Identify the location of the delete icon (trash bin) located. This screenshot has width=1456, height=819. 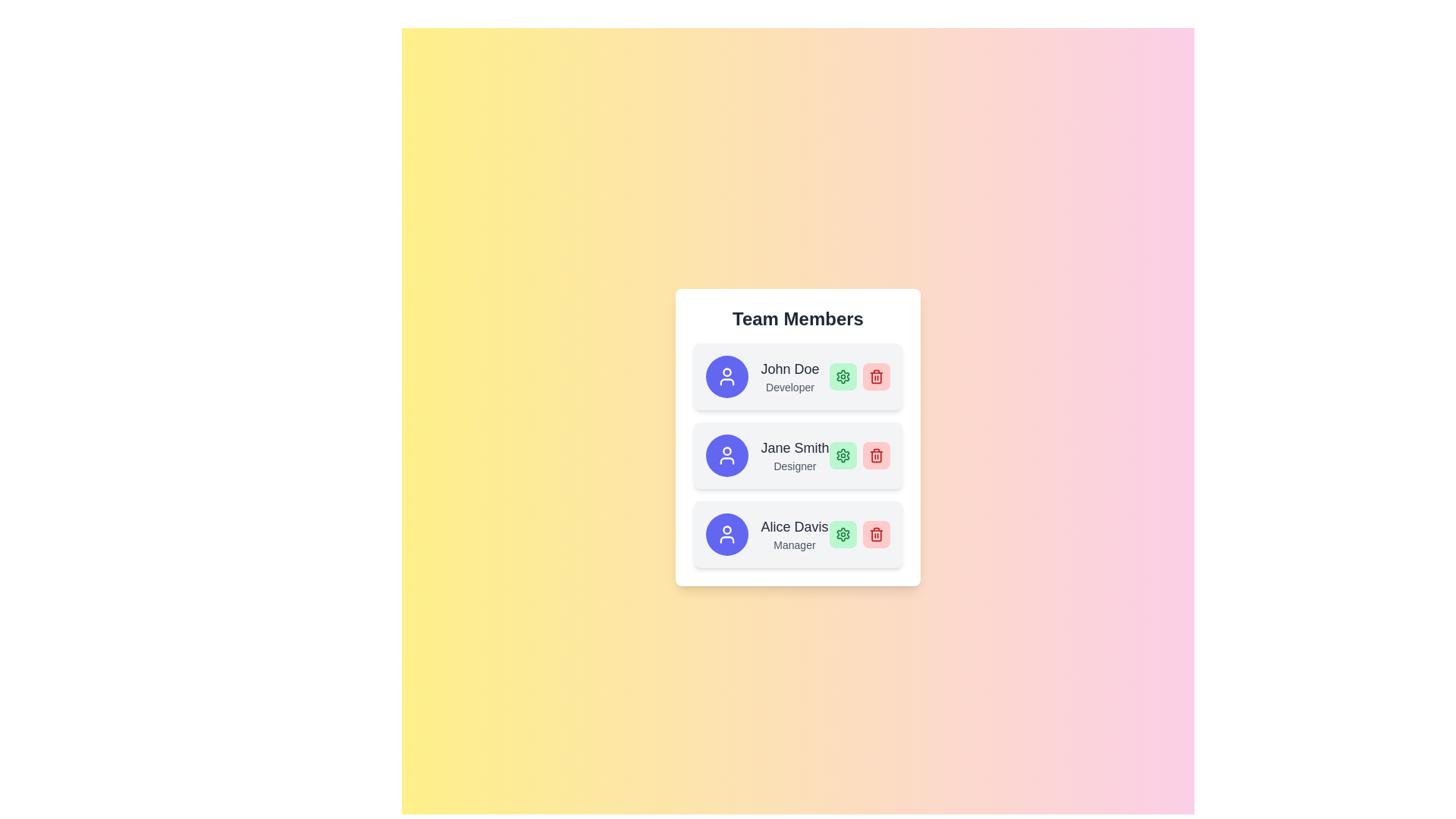
(876, 534).